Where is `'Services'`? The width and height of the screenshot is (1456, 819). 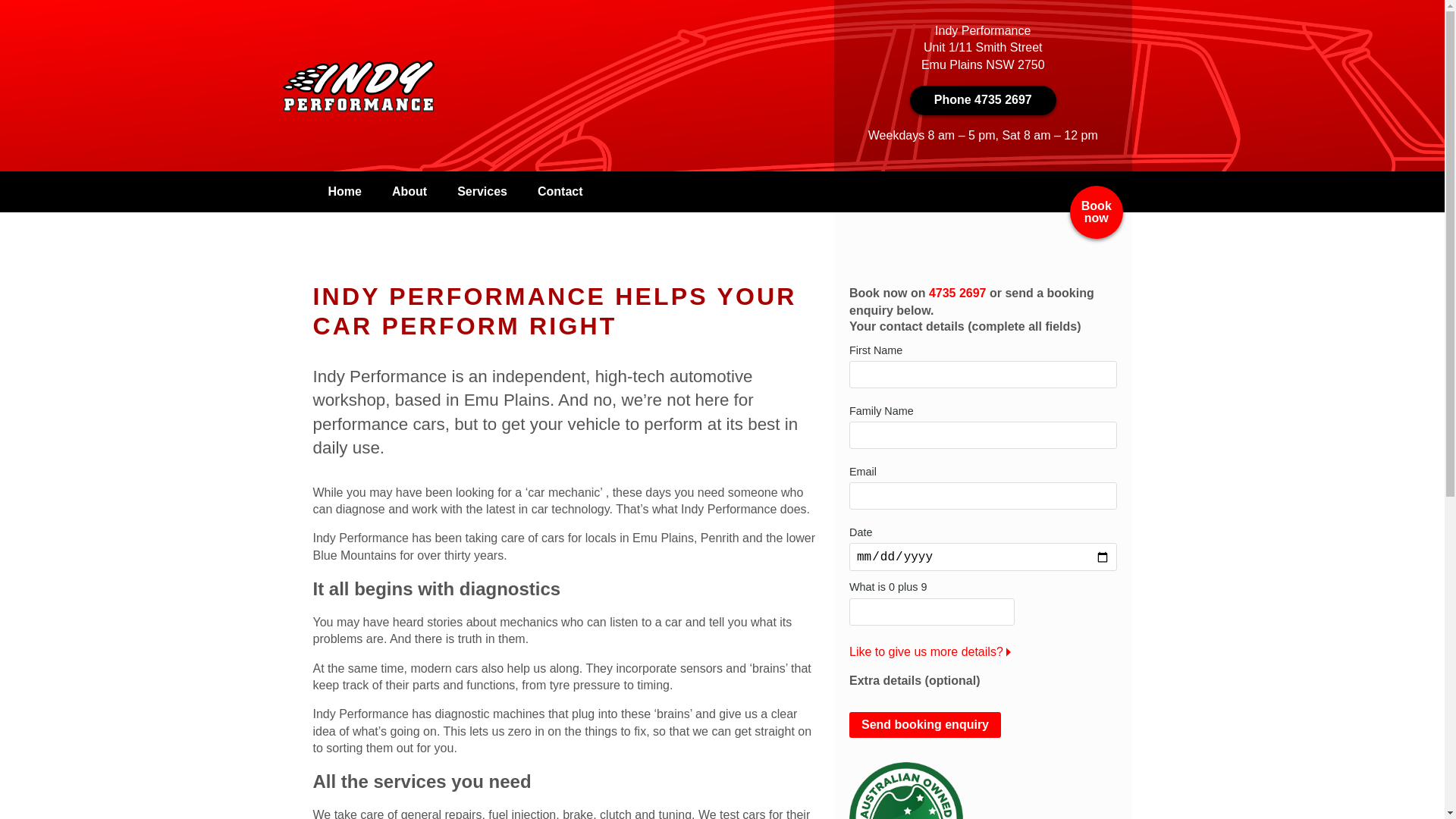
'Services' is located at coordinates (441, 191).